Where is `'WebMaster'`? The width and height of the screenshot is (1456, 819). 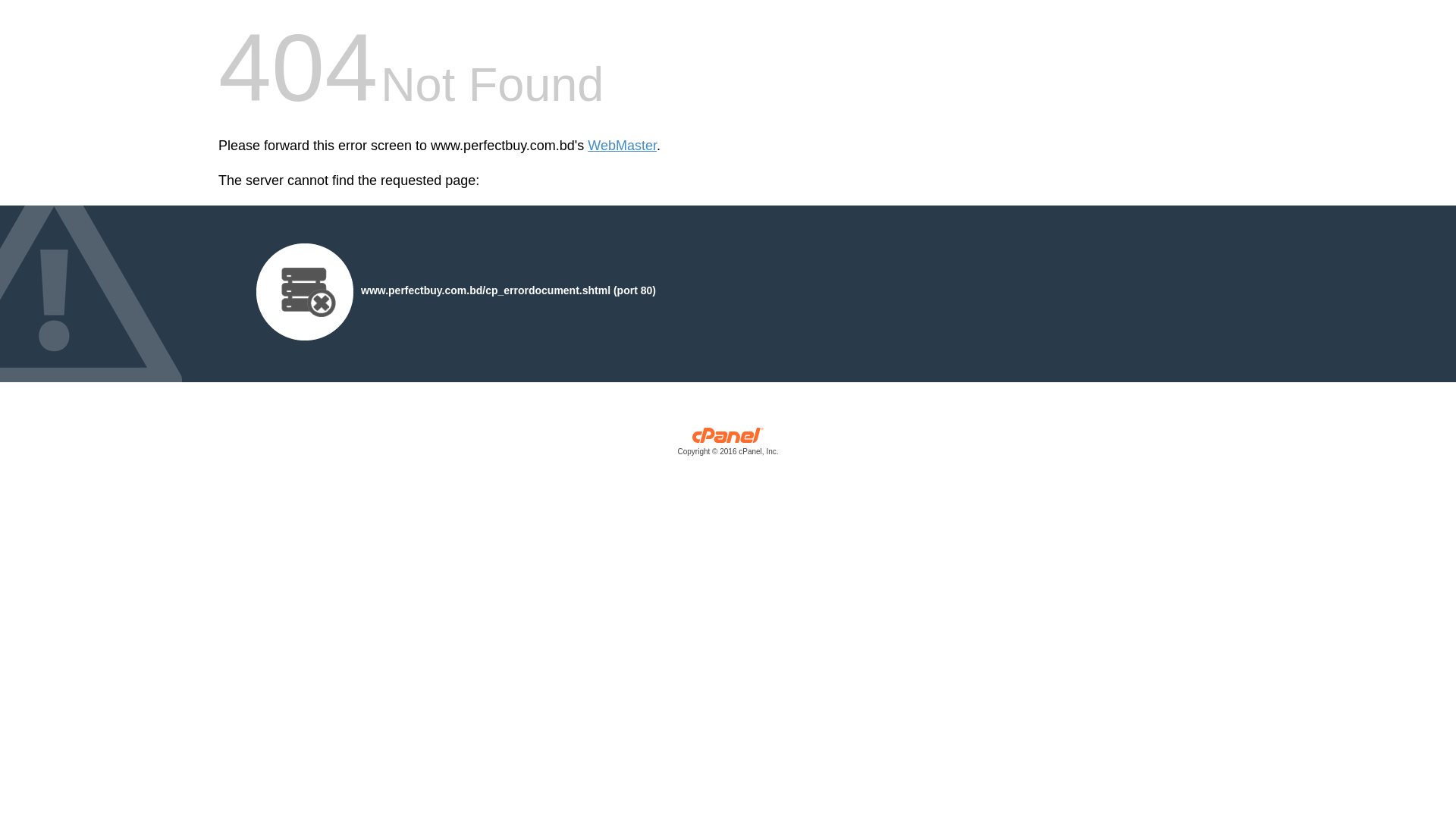 'WebMaster' is located at coordinates (622, 146).